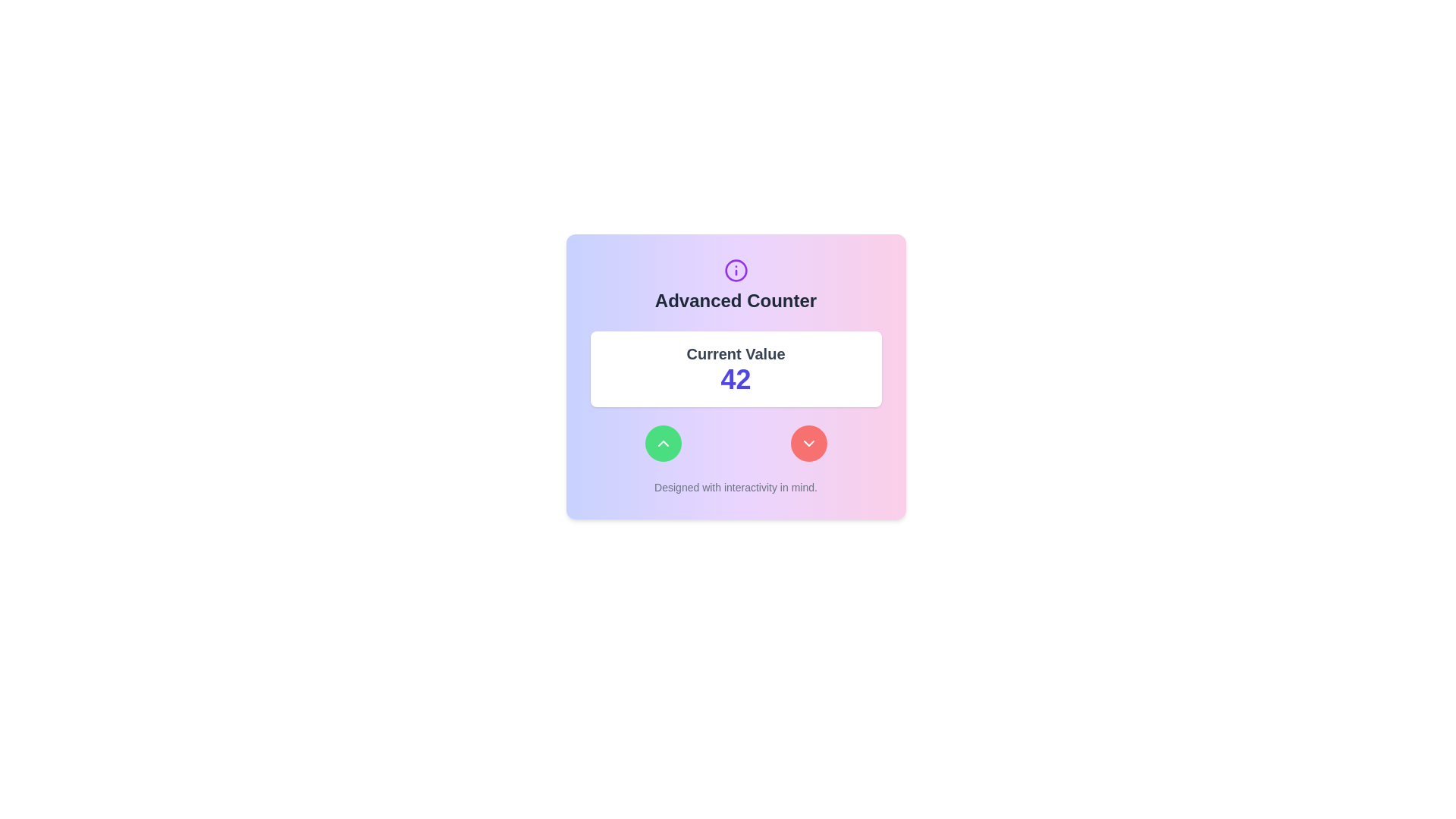 This screenshot has height=819, width=1456. Describe the element at coordinates (736, 270) in the screenshot. I see `the circular information icon with a purple outline located above the 'Advanced Counter' heading` at that location.